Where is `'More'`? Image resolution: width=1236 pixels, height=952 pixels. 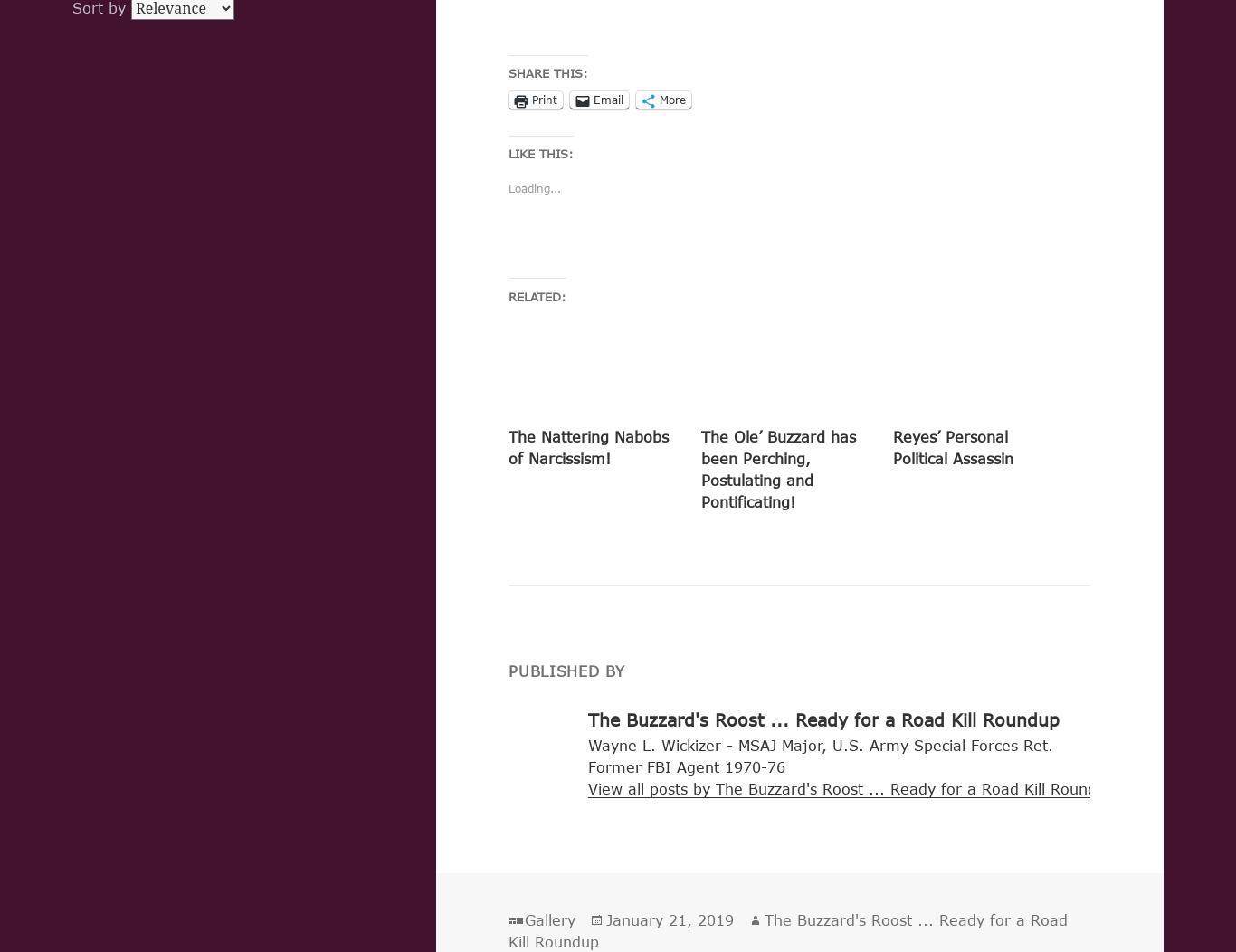
'More' is located at coordinates (672, 100).